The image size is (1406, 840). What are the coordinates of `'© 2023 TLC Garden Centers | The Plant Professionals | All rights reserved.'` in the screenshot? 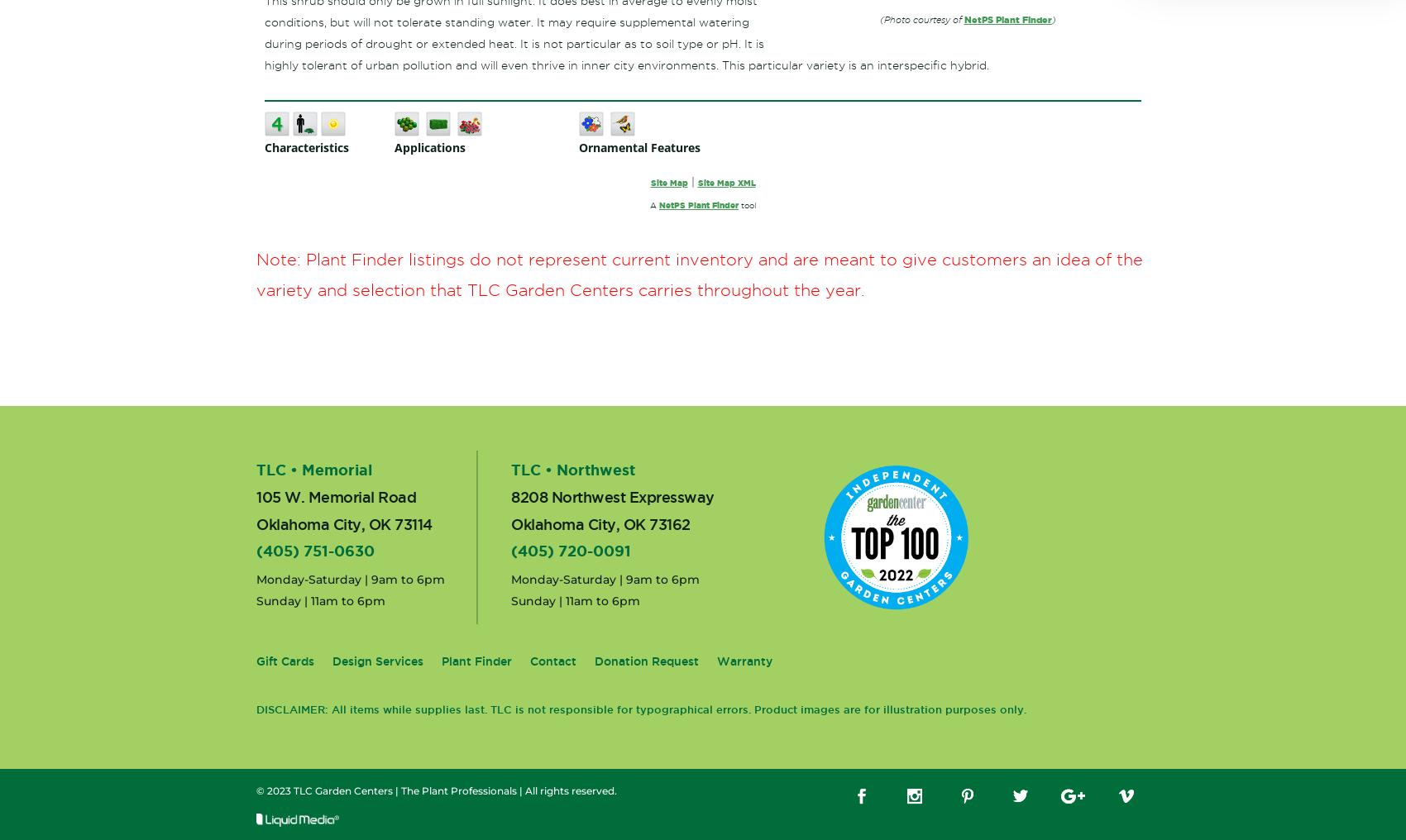 It's located at (256, 790).